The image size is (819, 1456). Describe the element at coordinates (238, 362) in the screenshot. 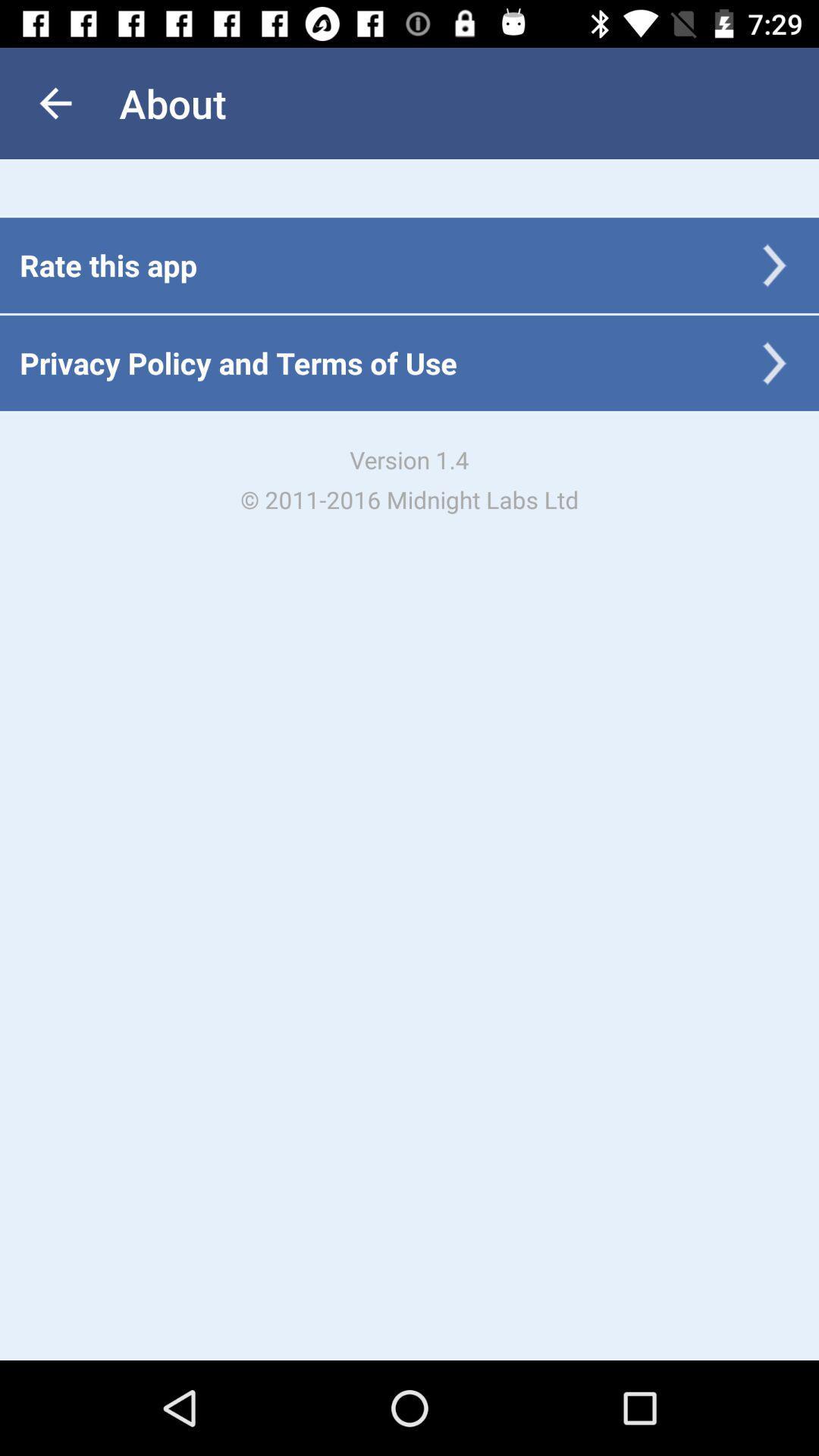

I see `the item above the version 1 4 item` at that location.